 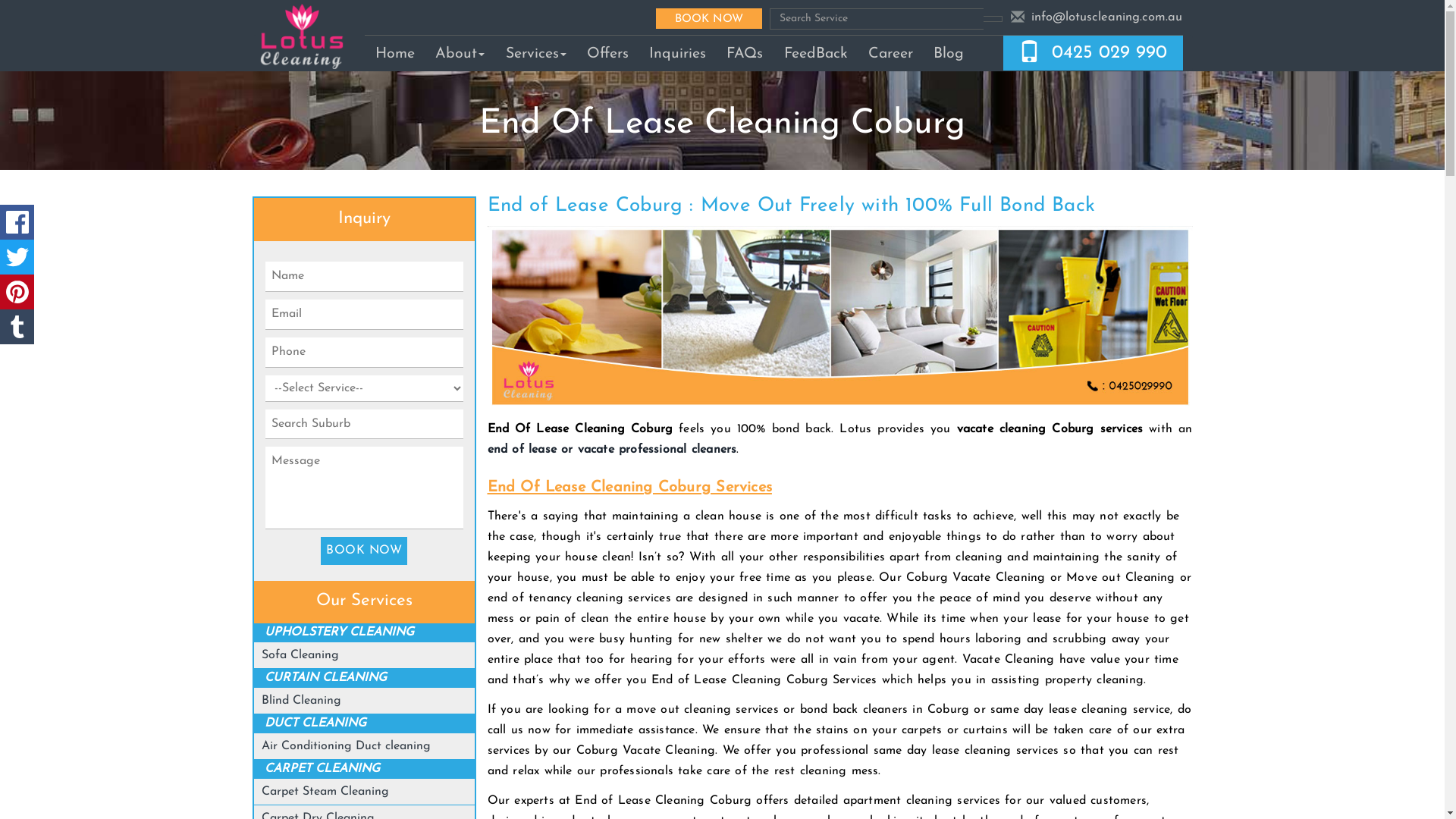 What do you see at coordinates (364, 52) in the screenshot?
I see `'Home'` at bounding box center [364, 52].